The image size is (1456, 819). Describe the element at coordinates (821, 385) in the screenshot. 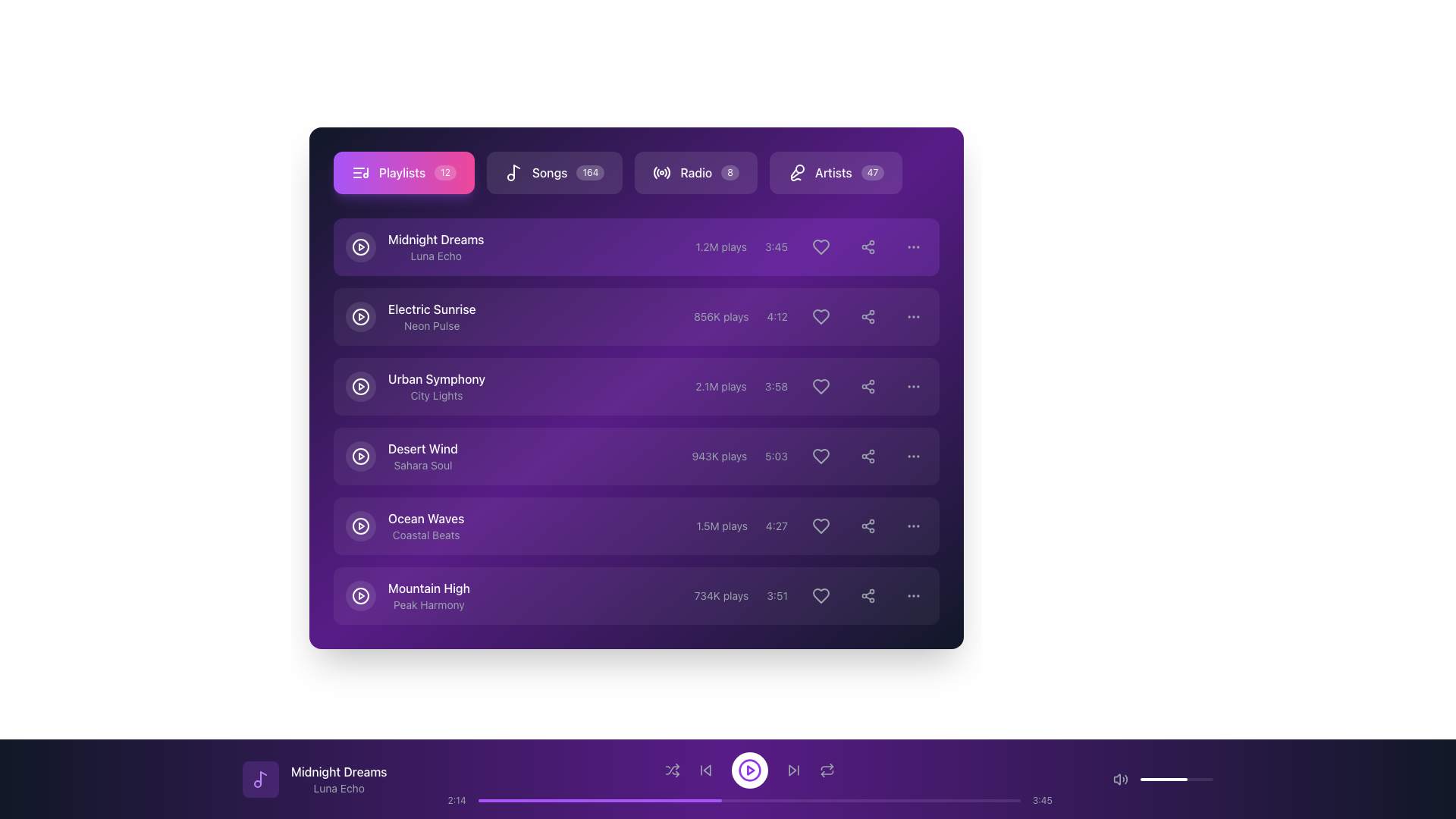

I see `the 'like' button located in the third row of the list, next to the duration '3:58' and to the left of the share icon to mark the item as liked` at that location.